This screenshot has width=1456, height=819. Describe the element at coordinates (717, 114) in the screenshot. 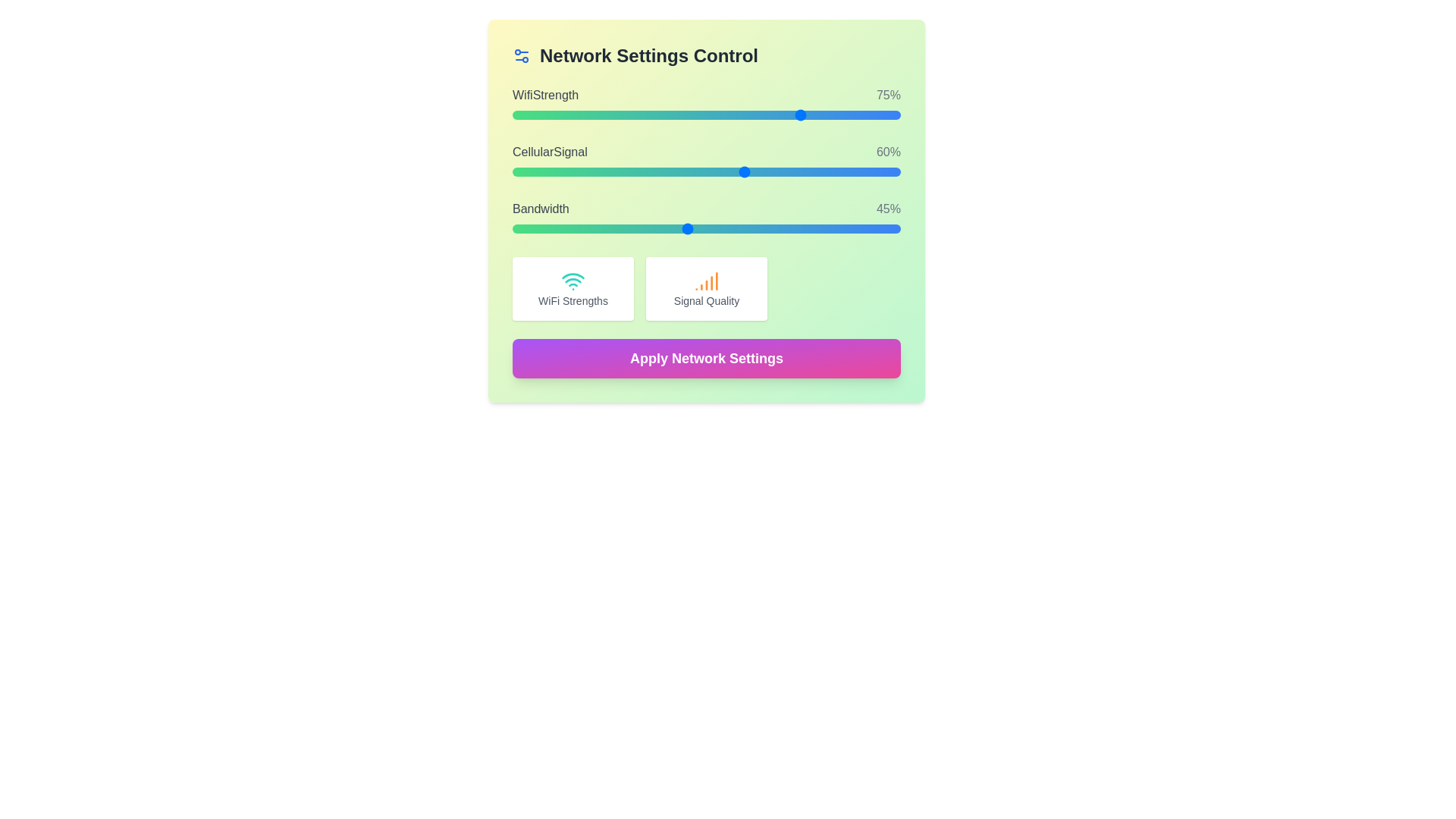

I see `the WiFi strength` at that location.